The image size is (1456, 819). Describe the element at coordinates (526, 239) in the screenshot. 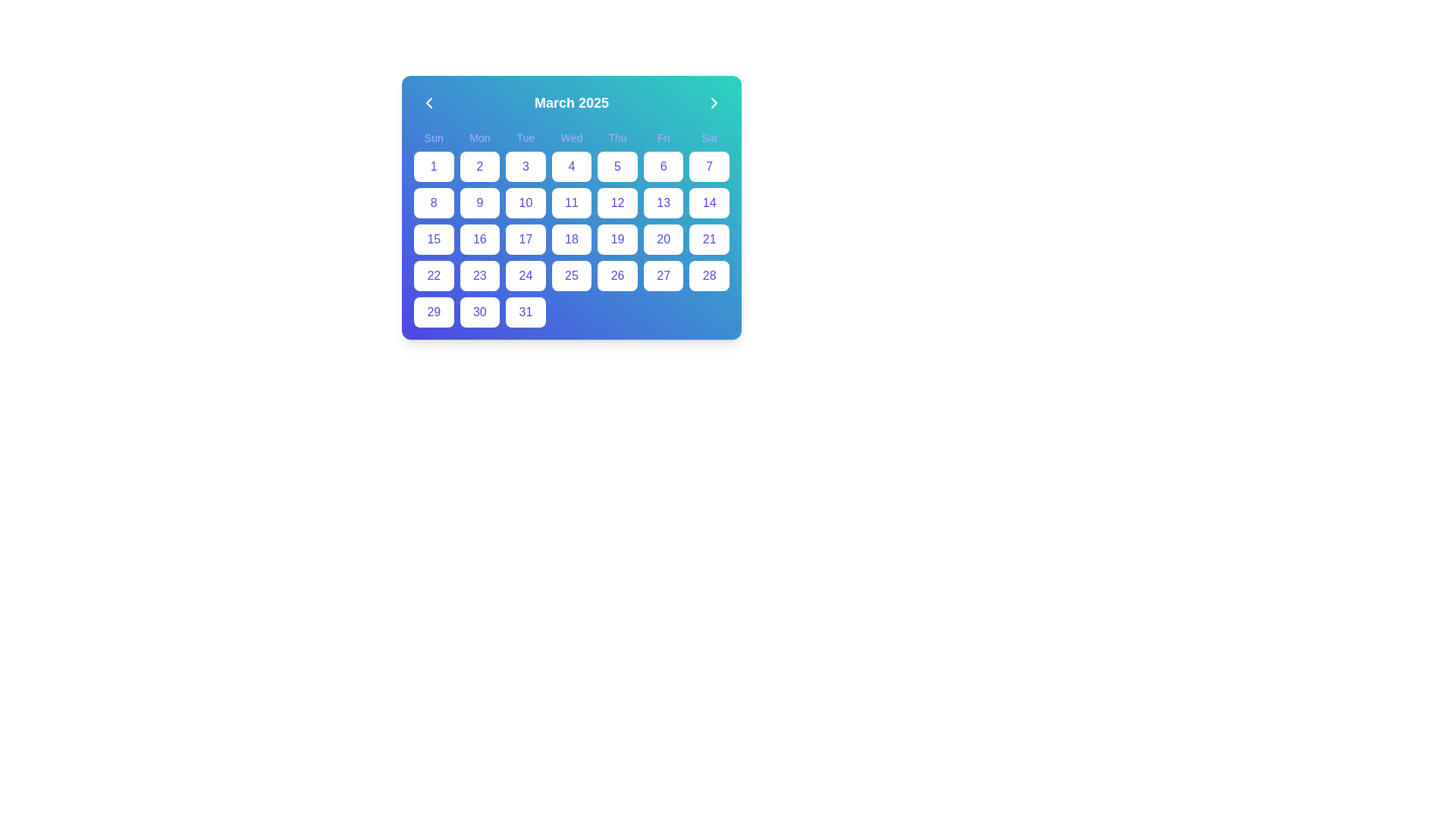

I see `the date '17' button in the calendar interface` at that location.